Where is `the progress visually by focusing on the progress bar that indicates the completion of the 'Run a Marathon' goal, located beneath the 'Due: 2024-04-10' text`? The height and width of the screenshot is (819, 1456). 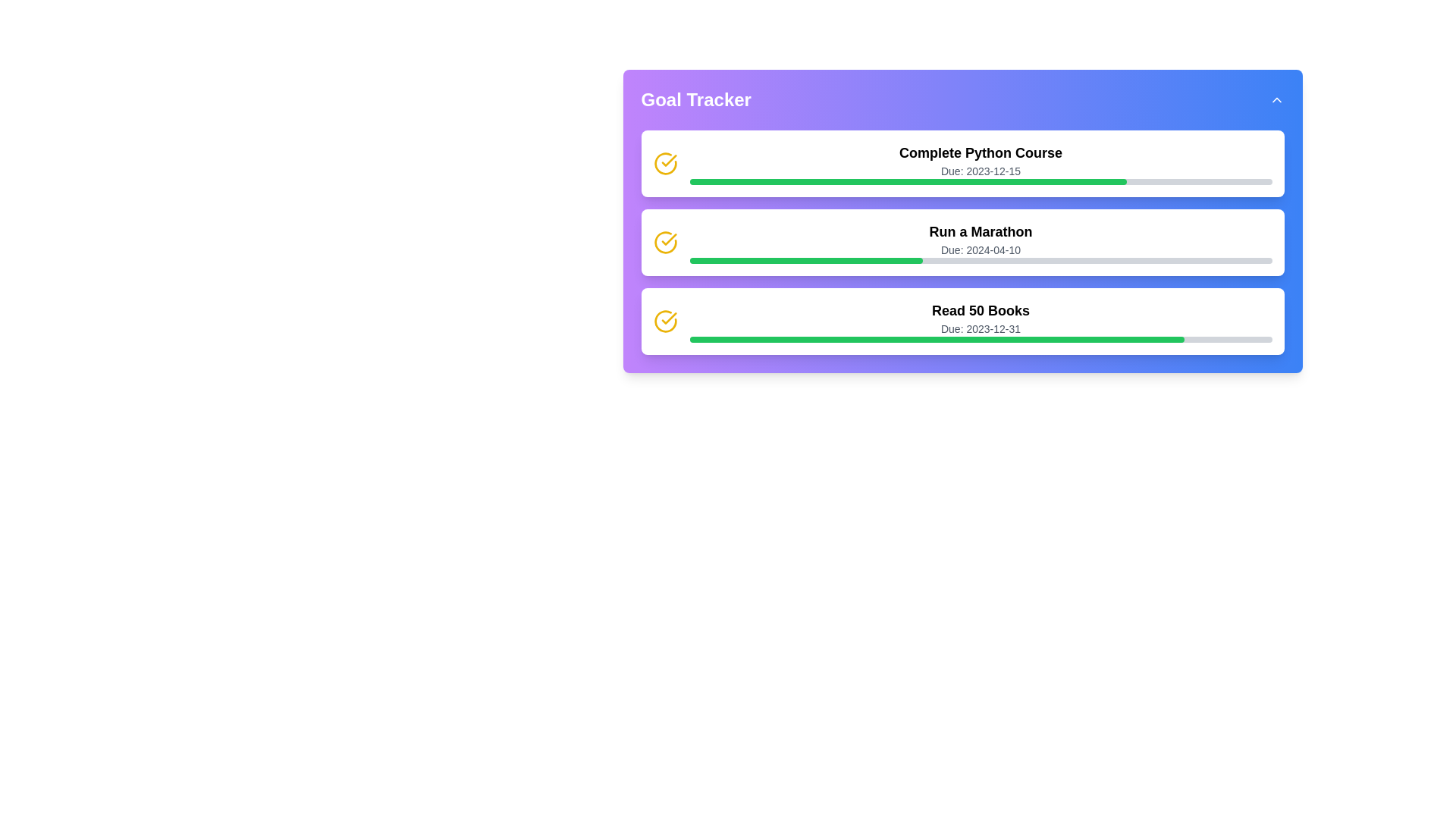
the progress visually by focusing on the progress bar that indicates the completion of the 'Run a Marathon' goal, located beneath the 'Due: 2024-04-10' text is located at coordinates (981, 259).